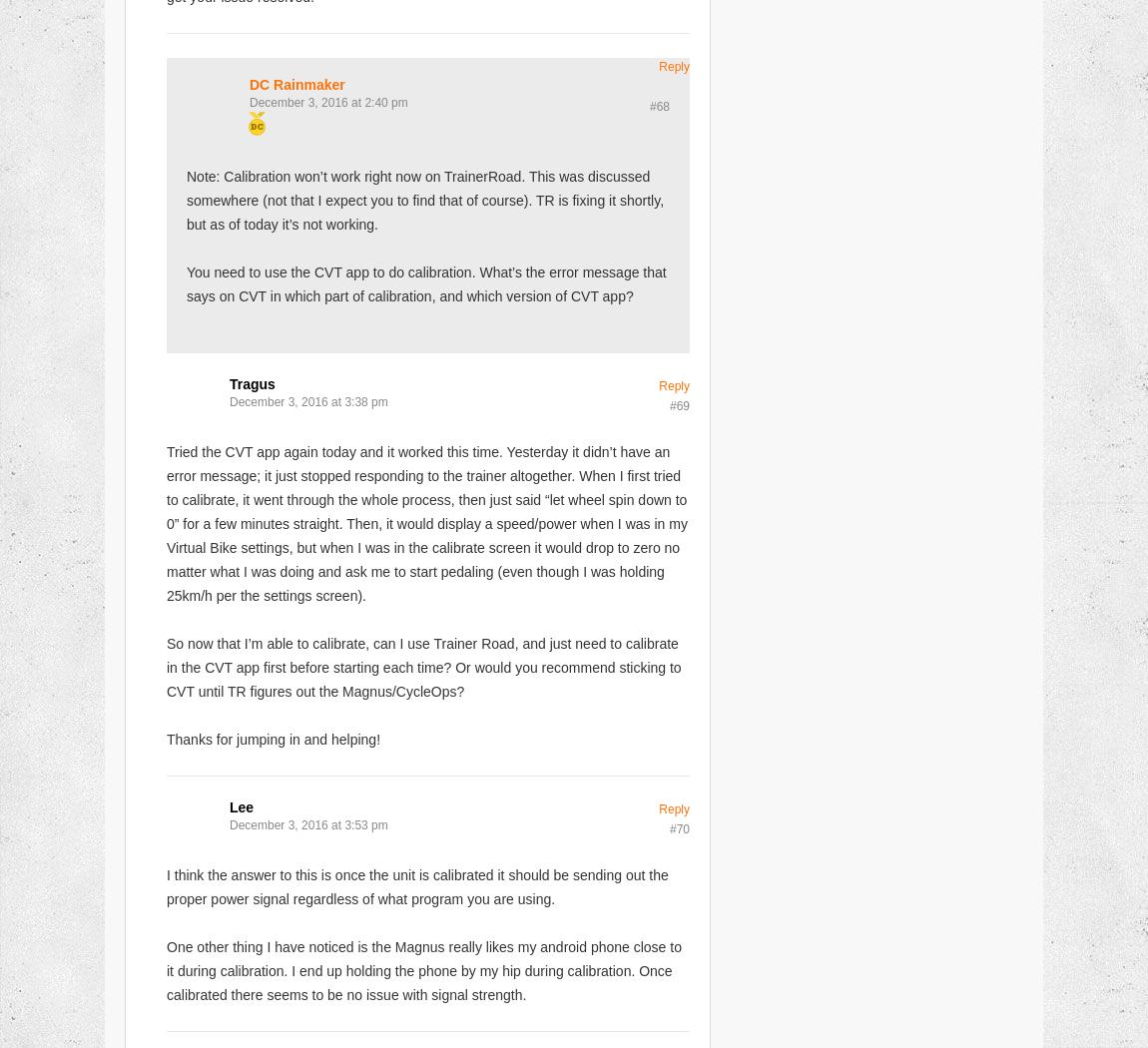 Image resolution: width=1148 pixels, height=1048 pixels. Describe the element at coordinates (165, 738) in the screenshot. I see `'Thanks for jumping in and helping!'` at that location.